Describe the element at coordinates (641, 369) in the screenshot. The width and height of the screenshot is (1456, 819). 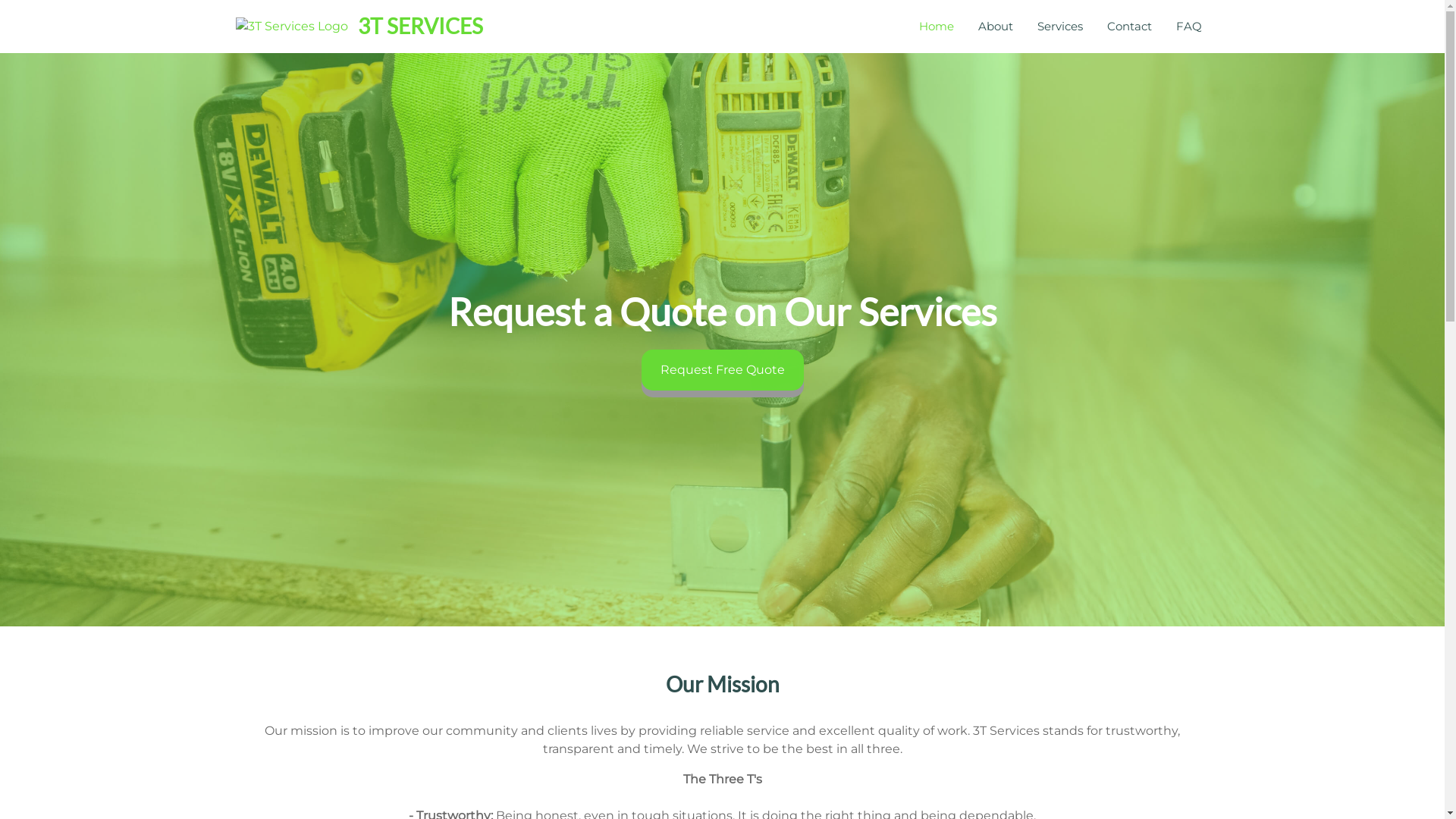
I see `'Request Free Quote'` at that location.